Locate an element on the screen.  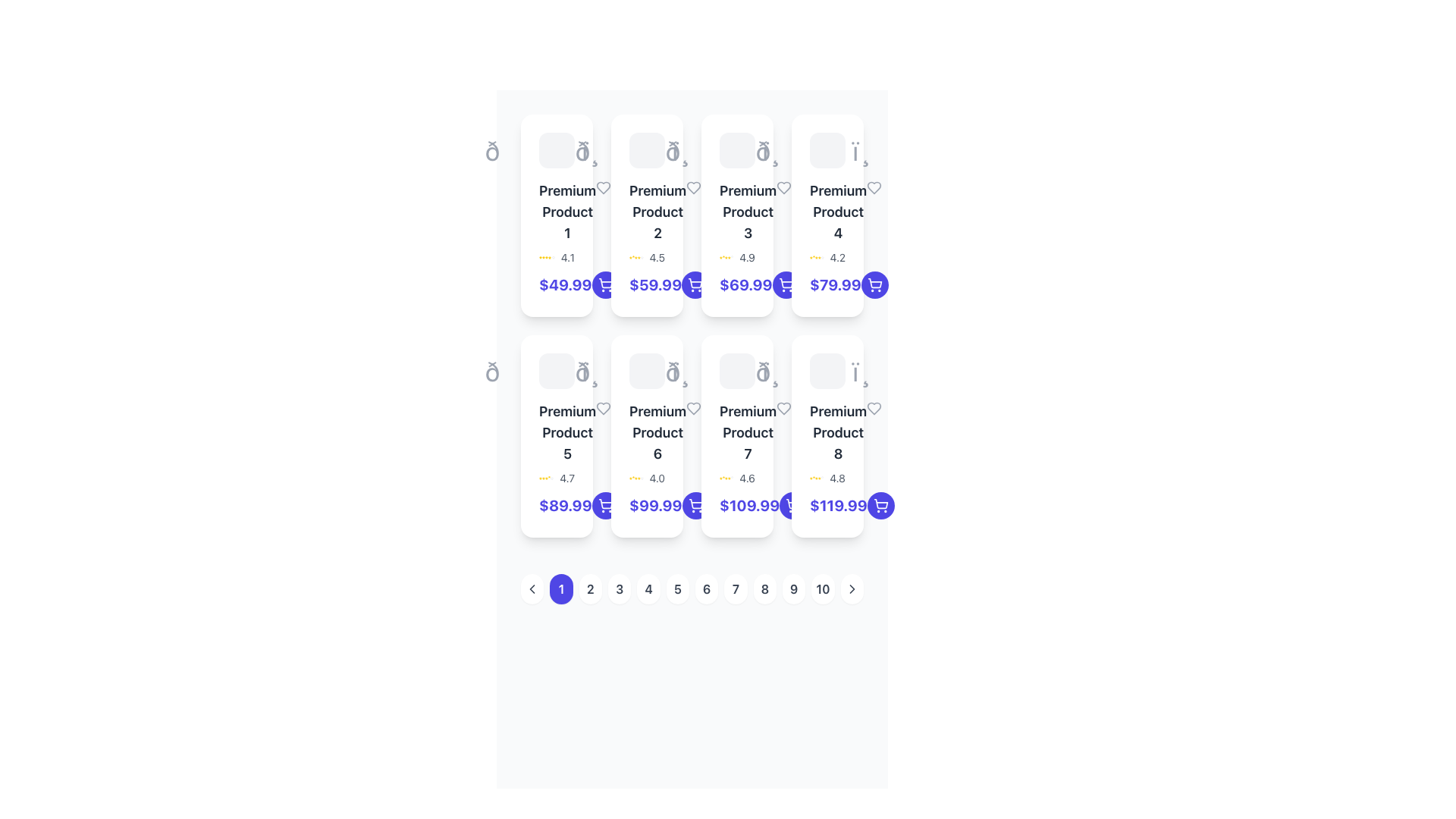
the circular button with a blue background and a white shopping cart icon located at the bottom-right corner of the 'Premium Product 2' card is located at coordinates (695, 284).